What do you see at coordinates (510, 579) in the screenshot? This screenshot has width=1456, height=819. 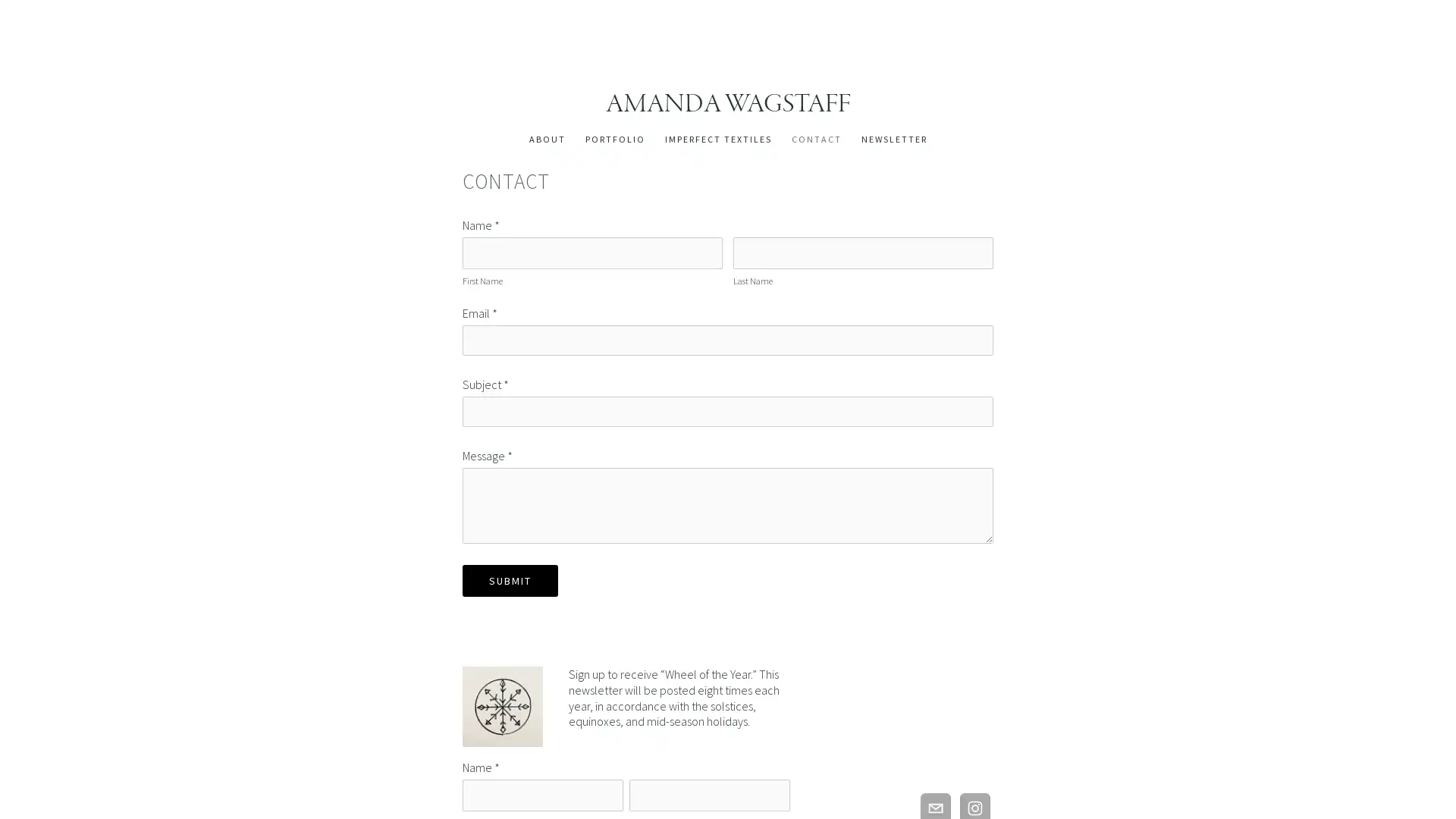 I see `Submit` at bounding box center [510, 579].